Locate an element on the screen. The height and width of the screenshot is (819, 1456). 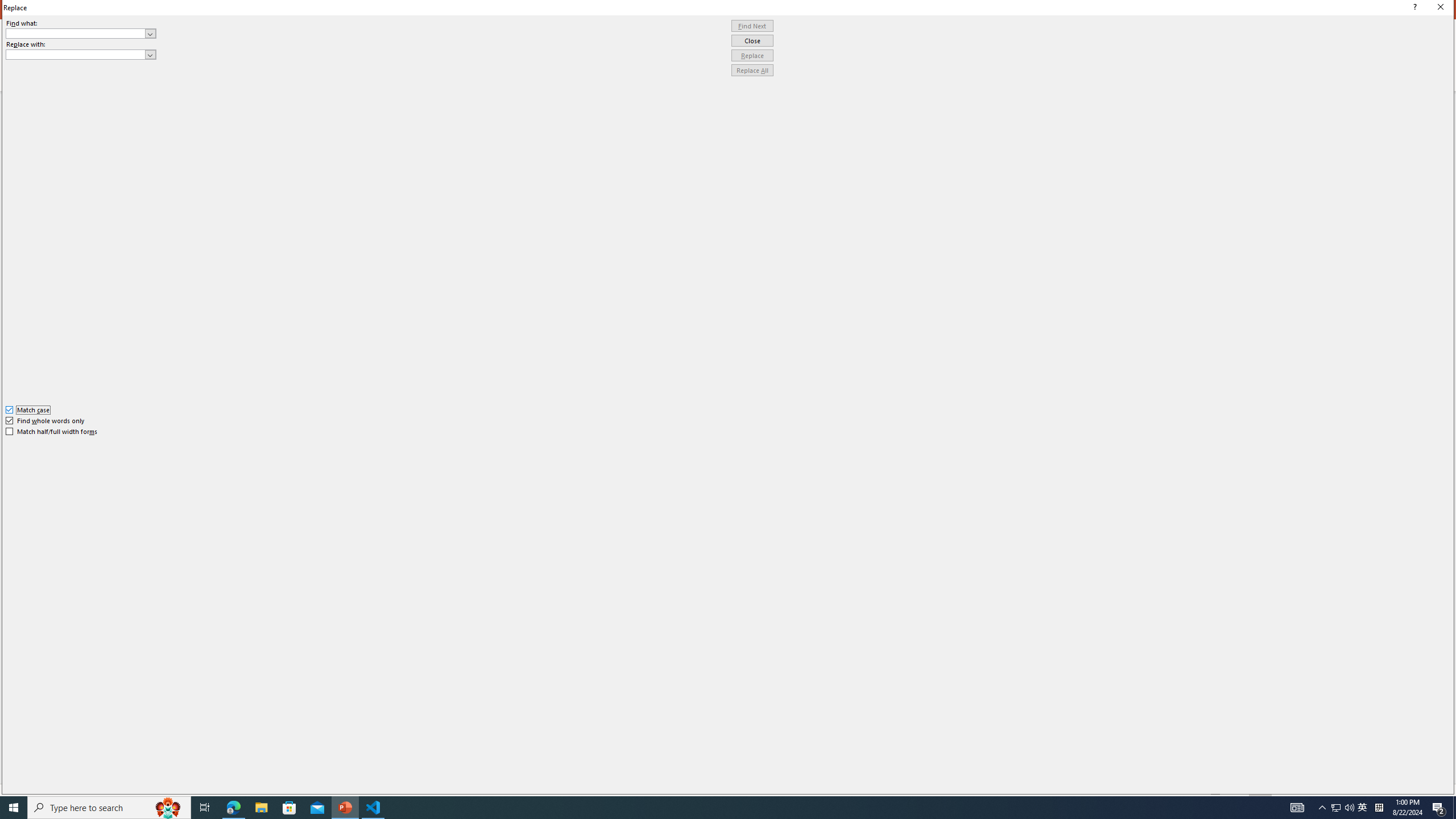
'Find whole words only' is located at coordinates (45, 420).